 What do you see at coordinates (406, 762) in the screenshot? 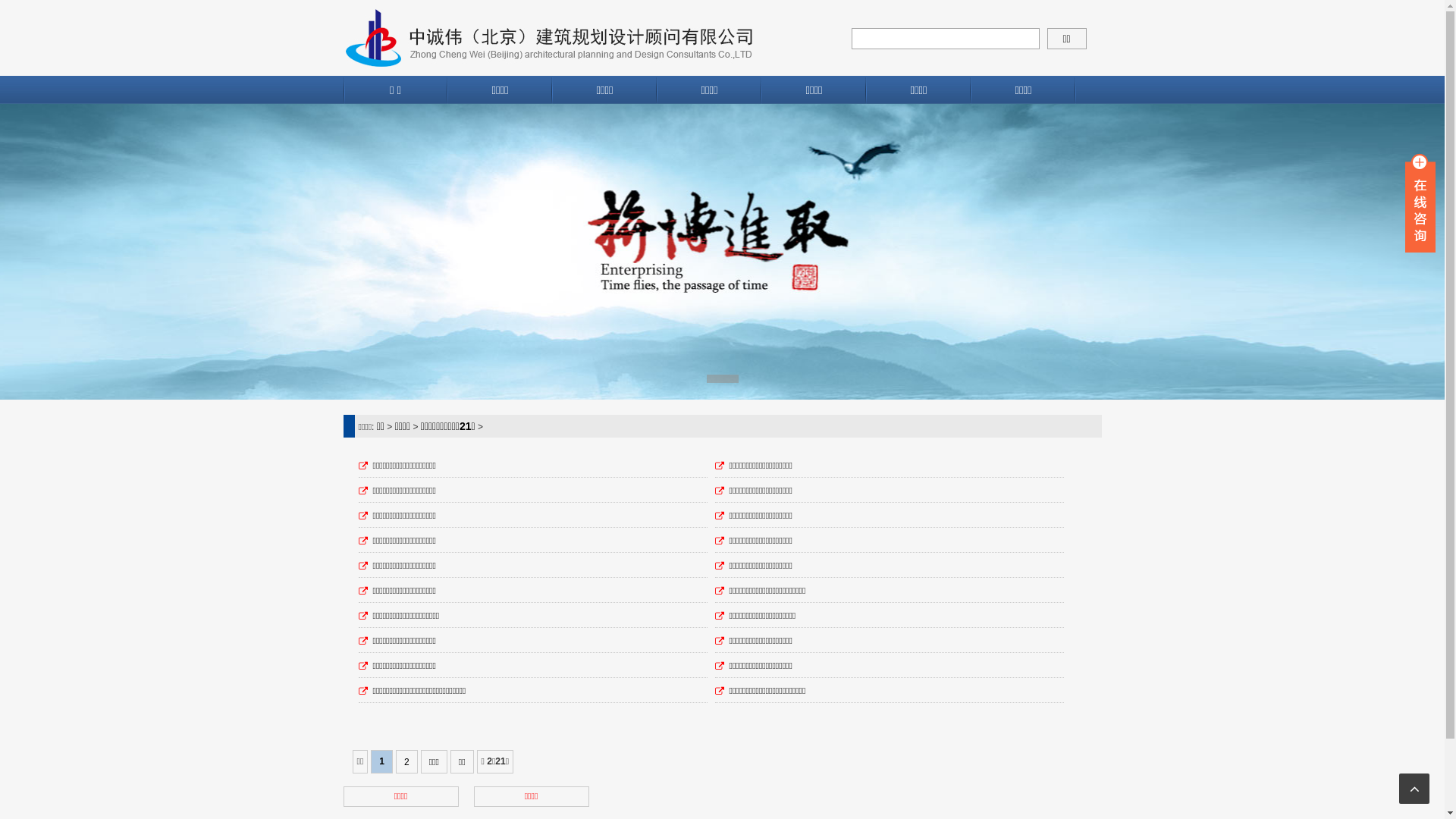
I see `'2'` at bounding box center [406, 762].